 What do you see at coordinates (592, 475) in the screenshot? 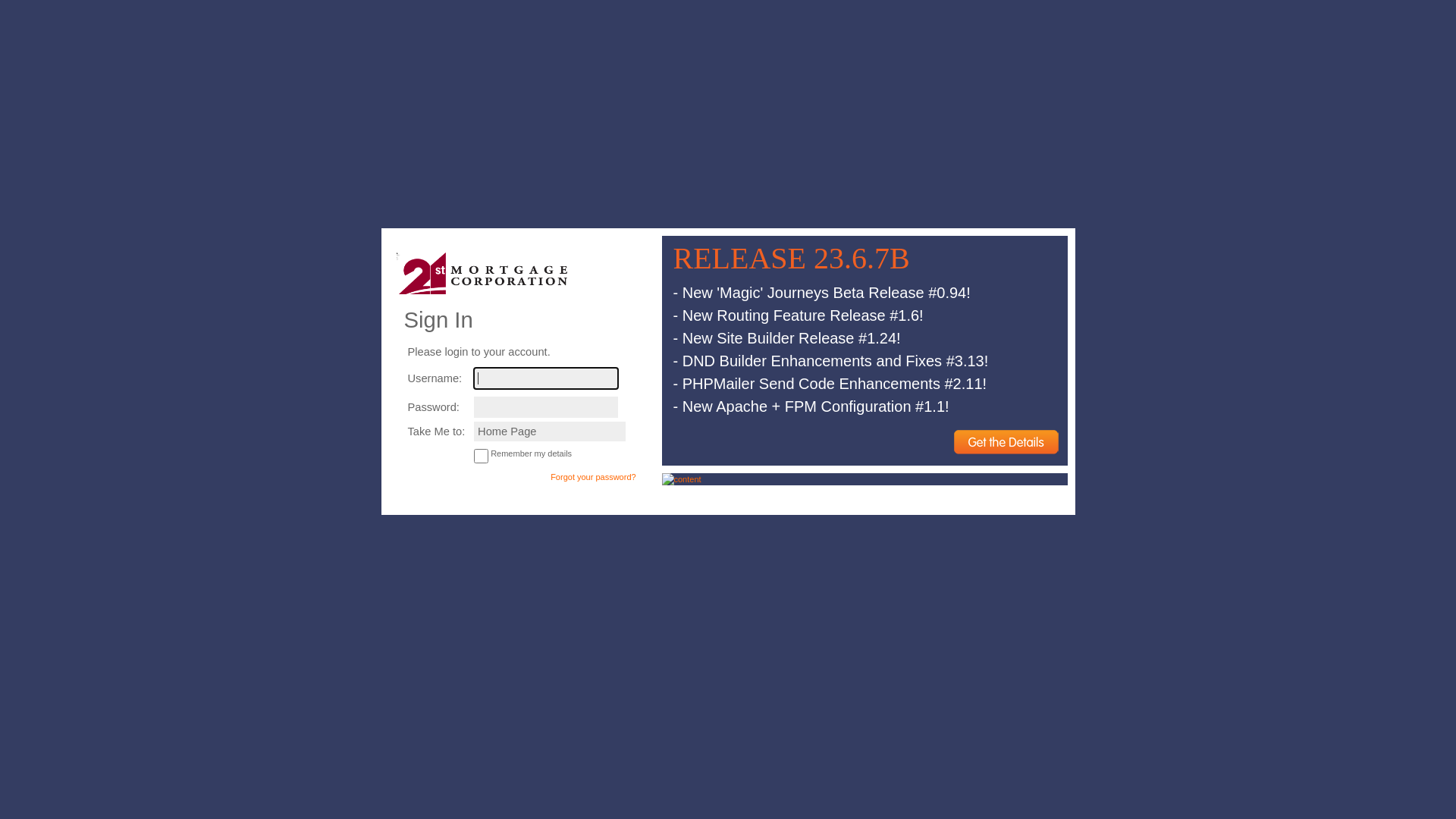
I see `'Forgot your password?'` at bounding box center [592, 475].